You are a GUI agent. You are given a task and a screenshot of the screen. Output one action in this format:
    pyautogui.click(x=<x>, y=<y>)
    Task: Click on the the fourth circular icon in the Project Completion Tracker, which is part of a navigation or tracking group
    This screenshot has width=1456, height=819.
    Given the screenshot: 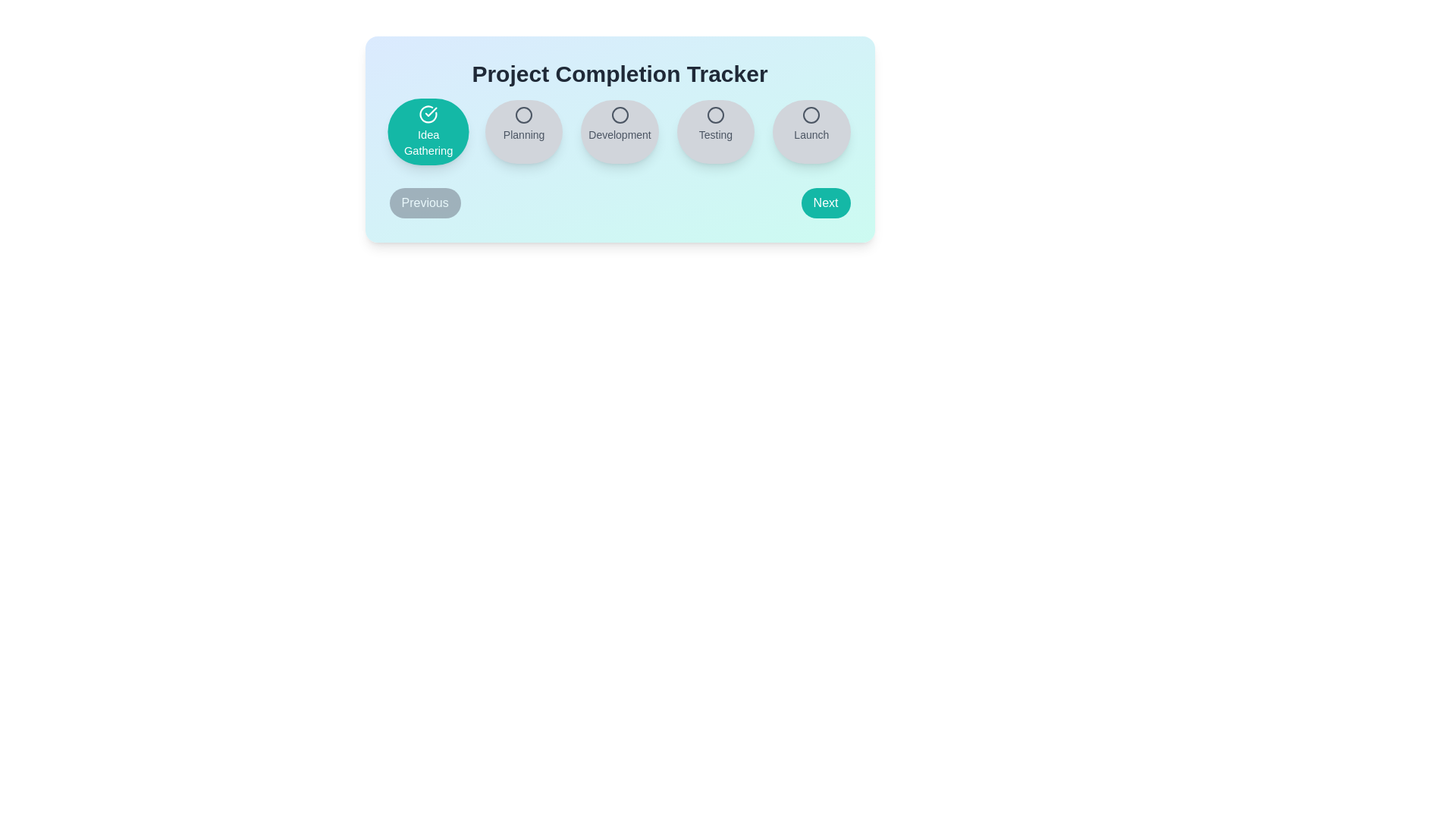 What is the action you would take?
    pyautogui.click(x=714, y=114)
    